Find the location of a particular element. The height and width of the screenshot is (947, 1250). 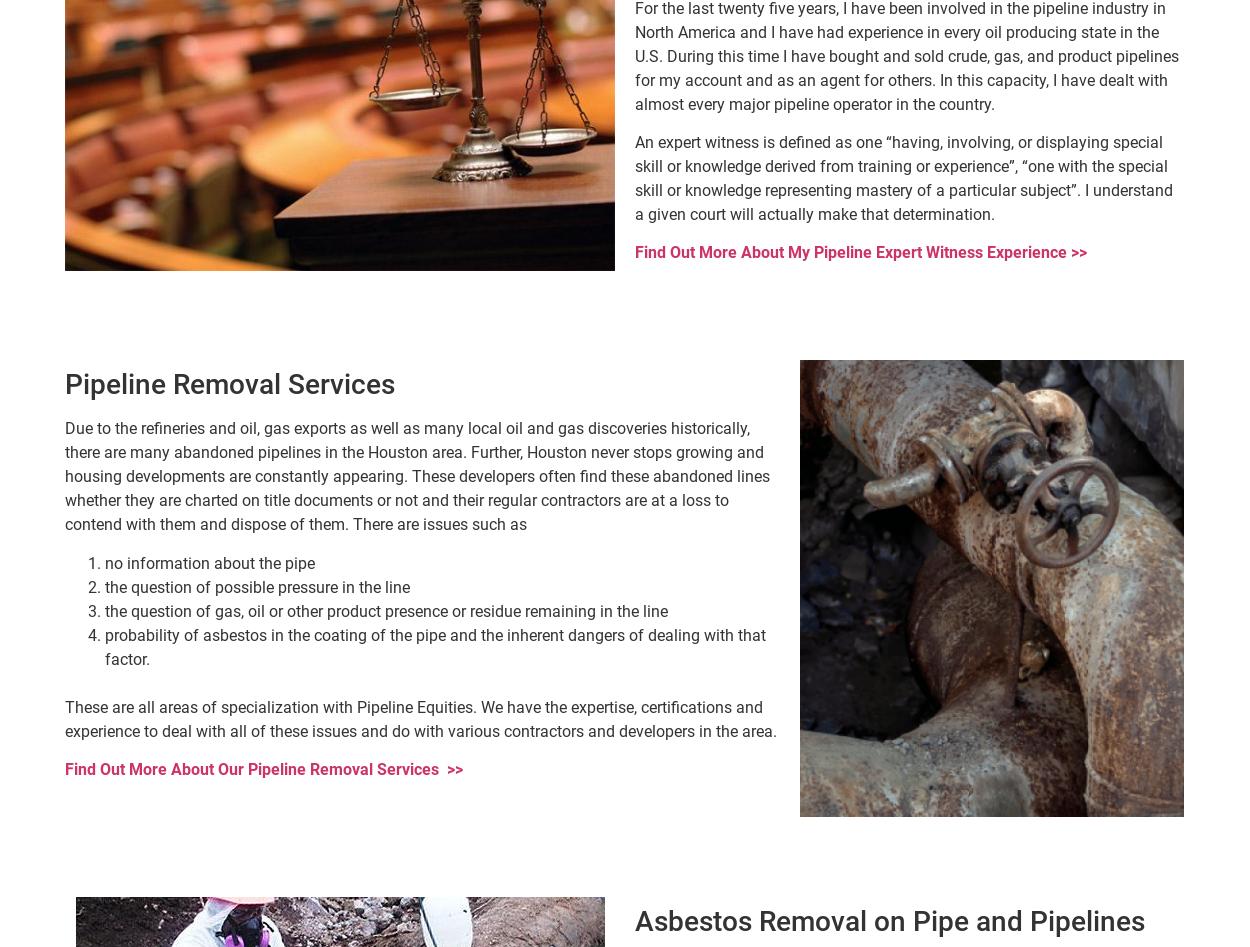

'These are all areas of specialization with Pipeline Equities. We have the expertise, certifications and experience to deal with all of these issues and do with various contractors and developers in the area.' is located at coordinates (64, 717).